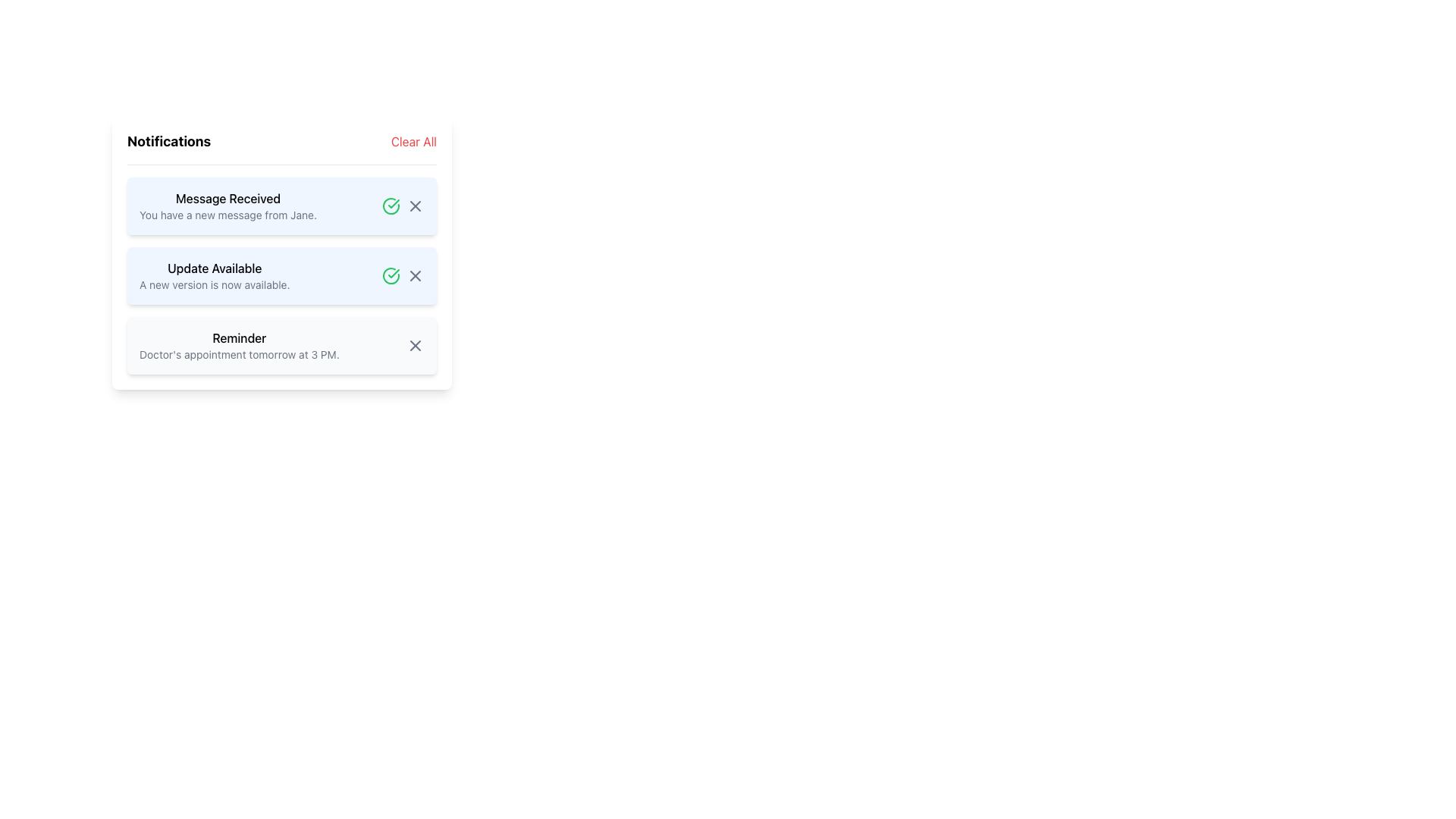 This screenshot has width=1456, height=819. Describe the element at coordinates (415, 206) in the screenshot. I see `the 'X' icon button, which is a gray button that dismisses the associated notification in the notification card` at that location.